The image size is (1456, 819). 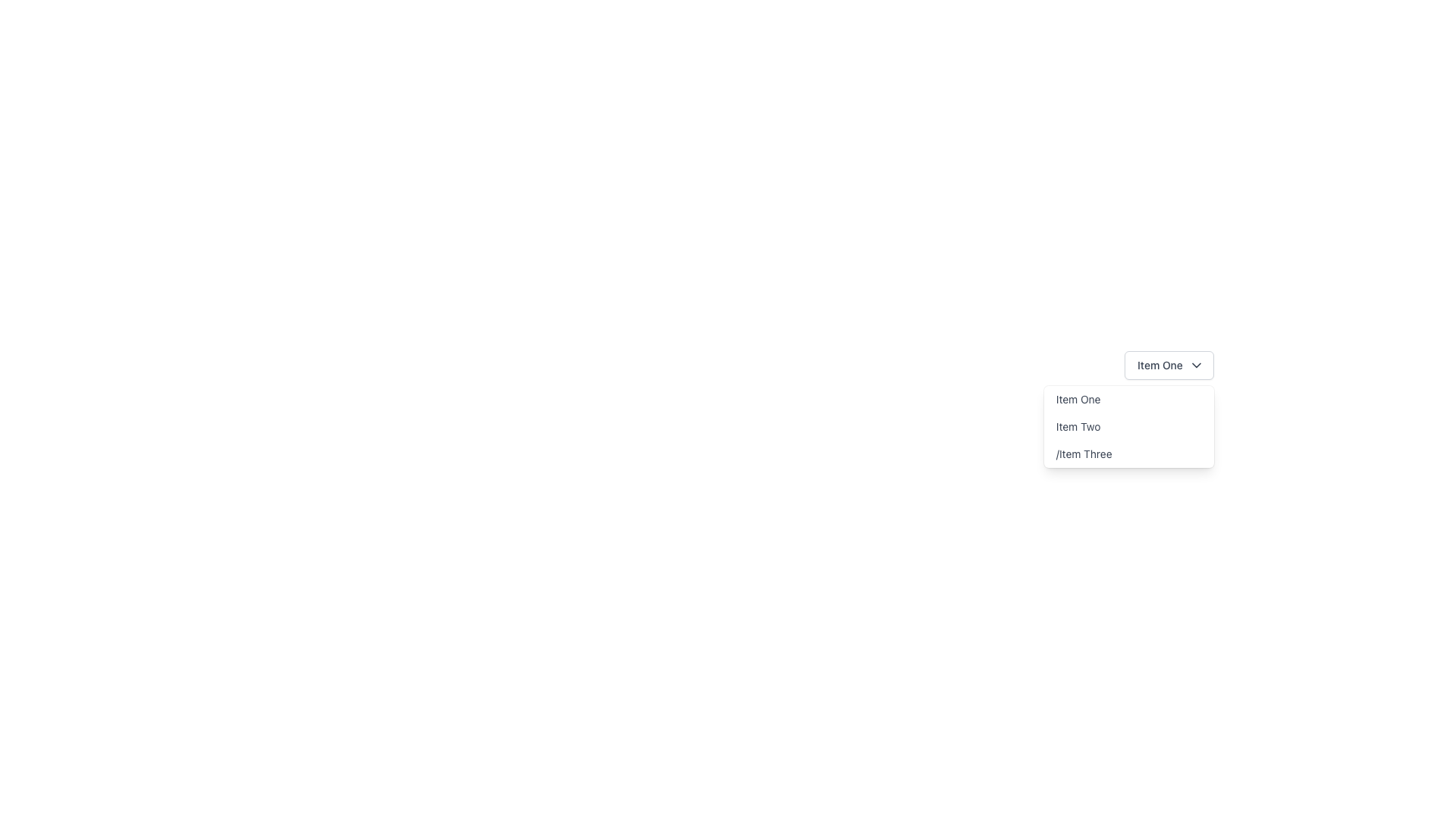 What do you see at coordinates (1128, 427) in the screenshot?
I see `the dropdown menu item 'Item Two'` at bounding box center [1128, 427].